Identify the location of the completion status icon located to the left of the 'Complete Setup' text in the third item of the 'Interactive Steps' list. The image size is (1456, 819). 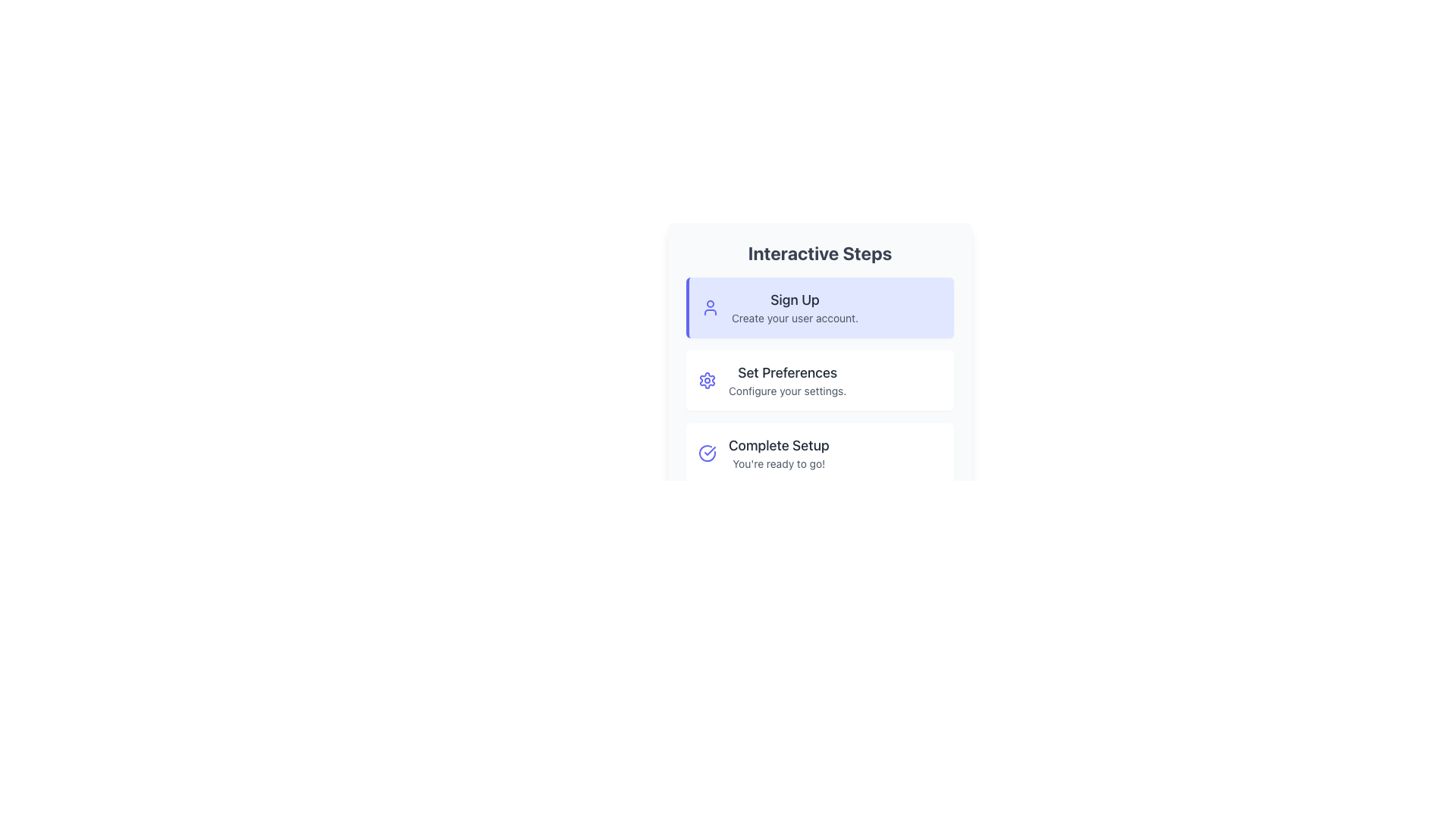
(706, 452).